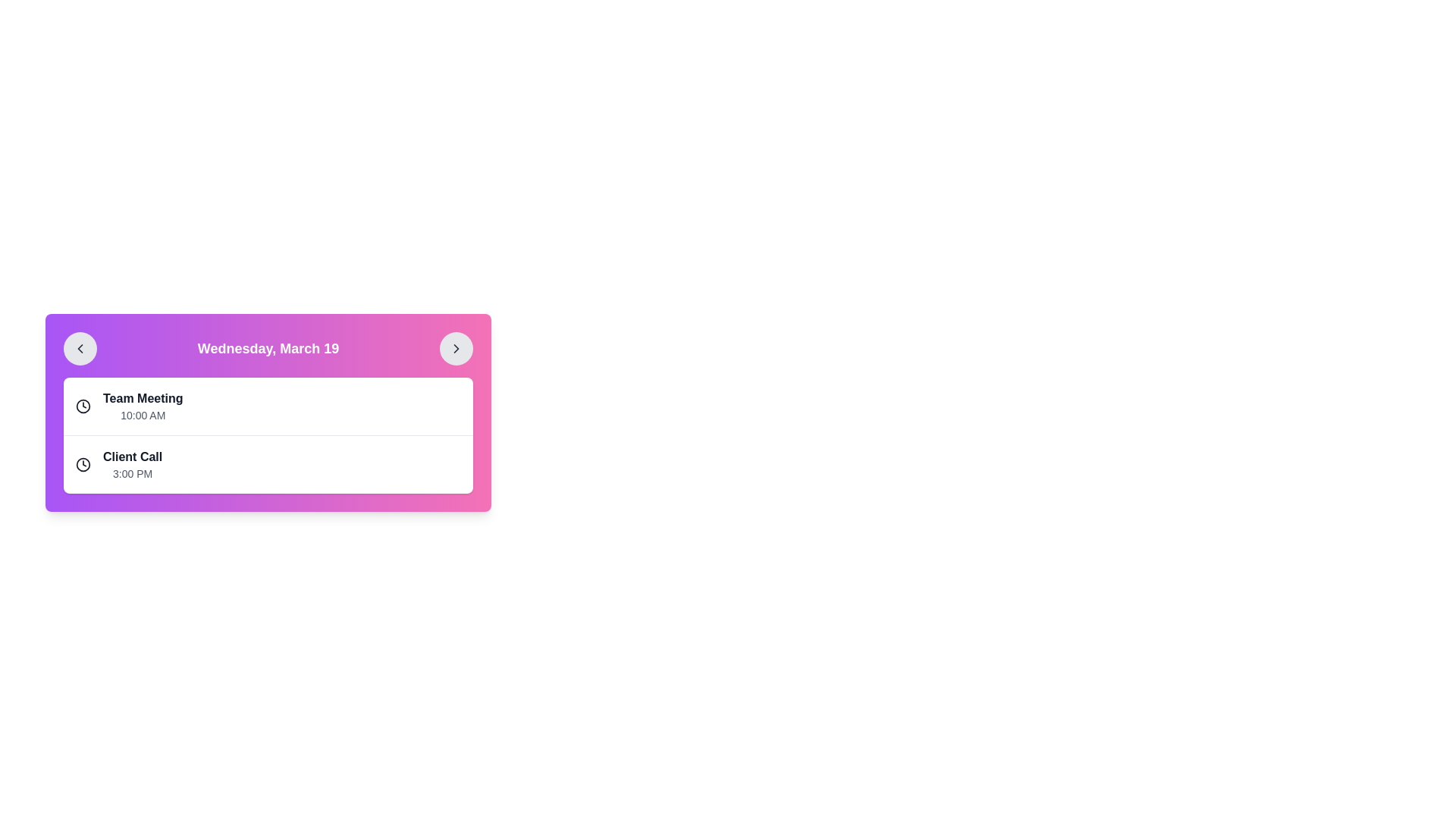  What do you see at coordinates (143, 415) in the screenshot?
I see `displayed time from the text label indicating the scheduled time for the 'Team Meeting', which is located in the first row of events, aligned with the 'Team Meeting' label above it` at bounding box center [143, 415].